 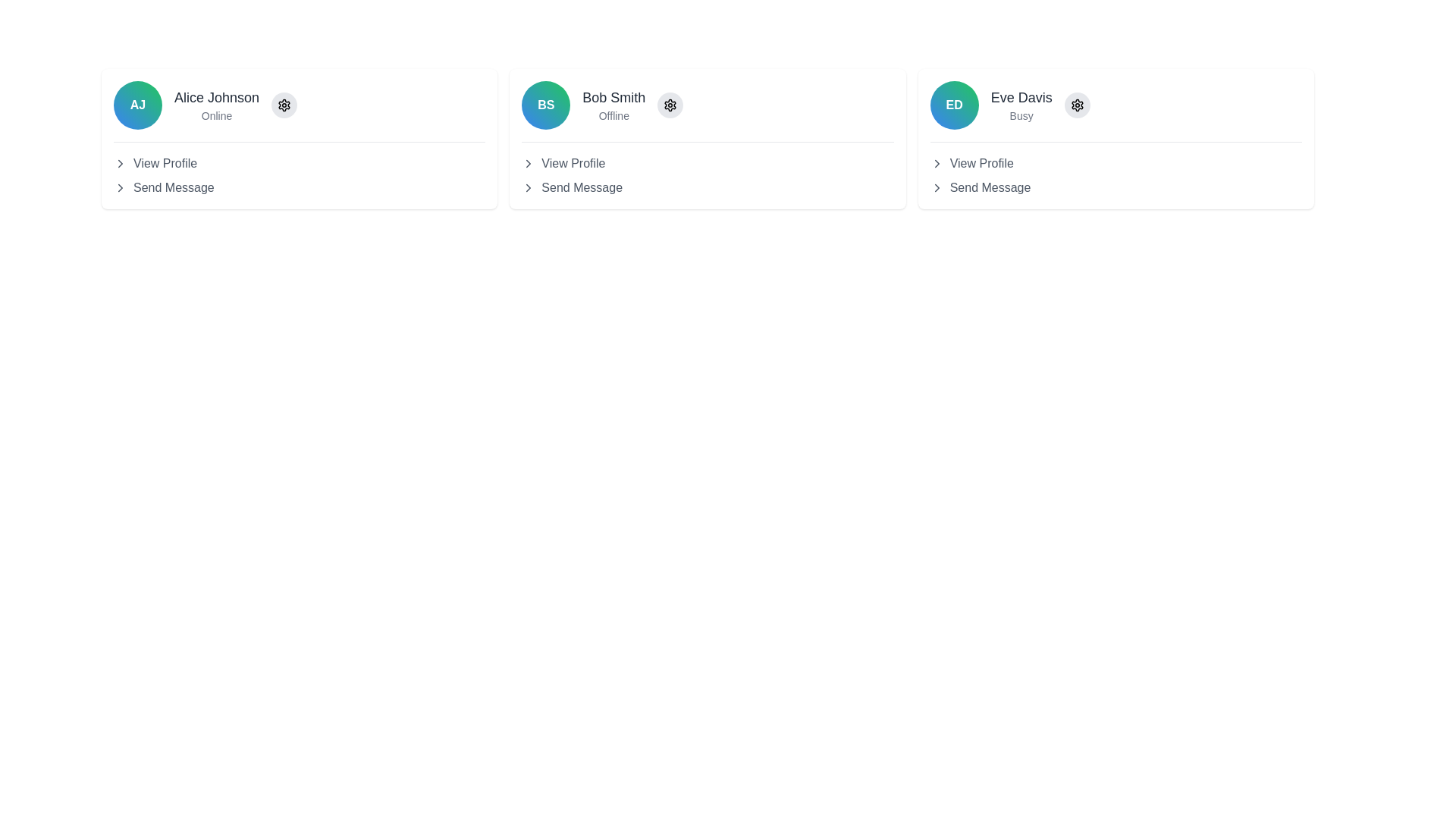 What do you see at coordinates (216, 115) in the screenshot?
I see `the text label displaying 'Online' in gray font, located beneath 'Alice Johnson' in the user profile card layout` at bounding box center [216, 115].